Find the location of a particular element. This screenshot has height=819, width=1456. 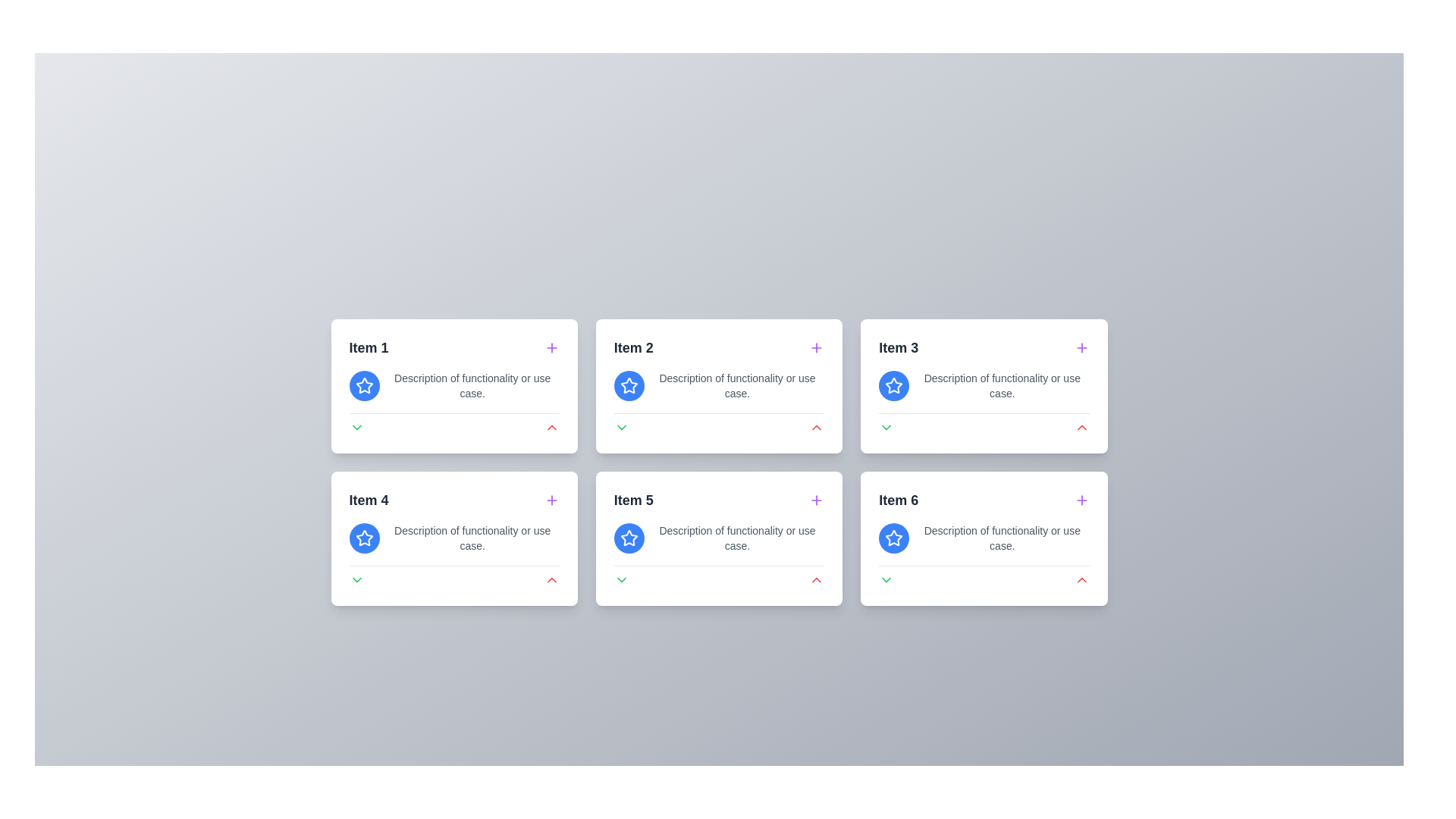

the expand icon located at the leftmost position under the 'Item 2' card is located at coordinates (621, 427).